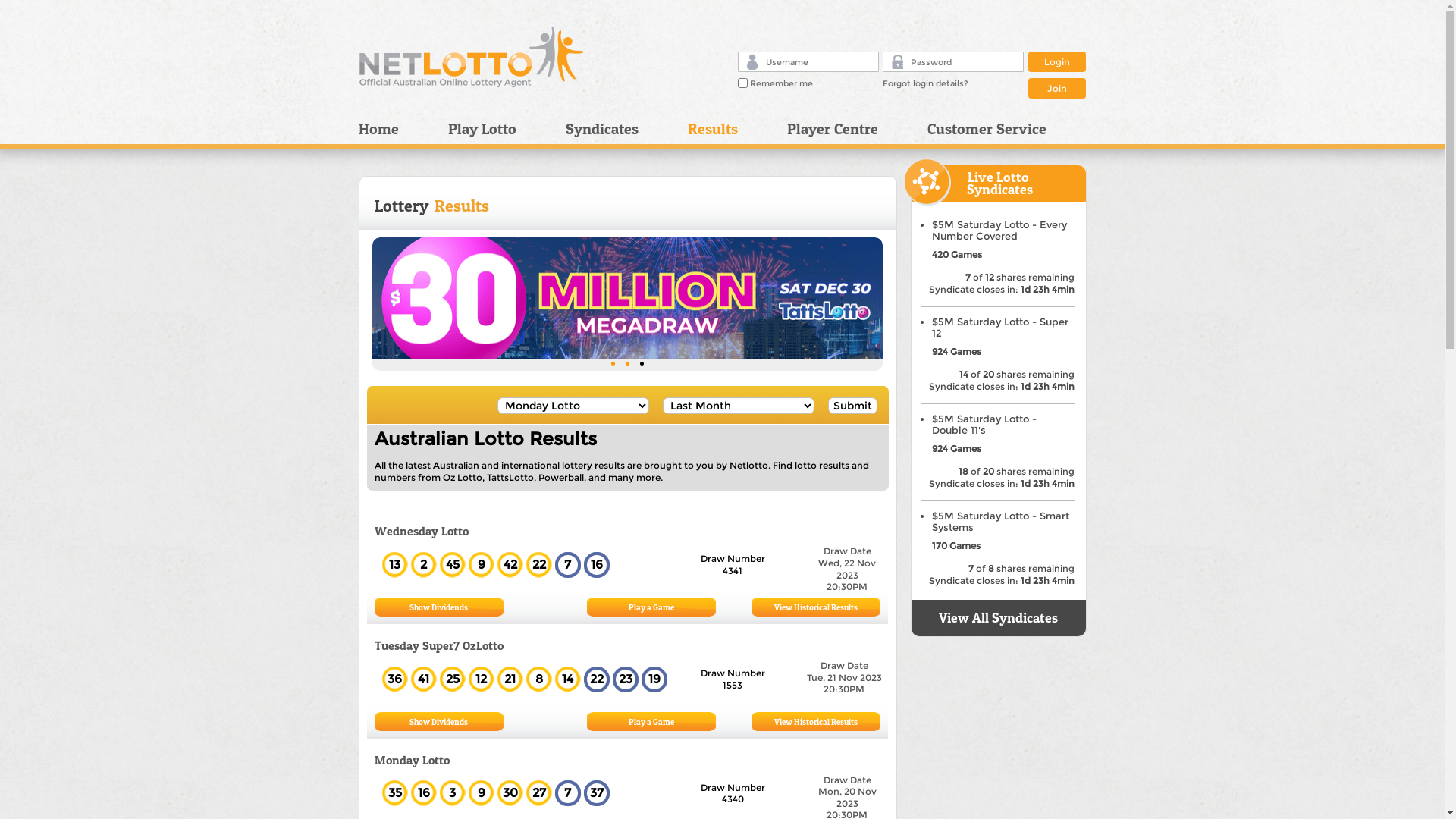  What do you see at coordinates (495, 127) in the screenshot?
I see `'Play Lotto'` at bounding box center [495, 127].